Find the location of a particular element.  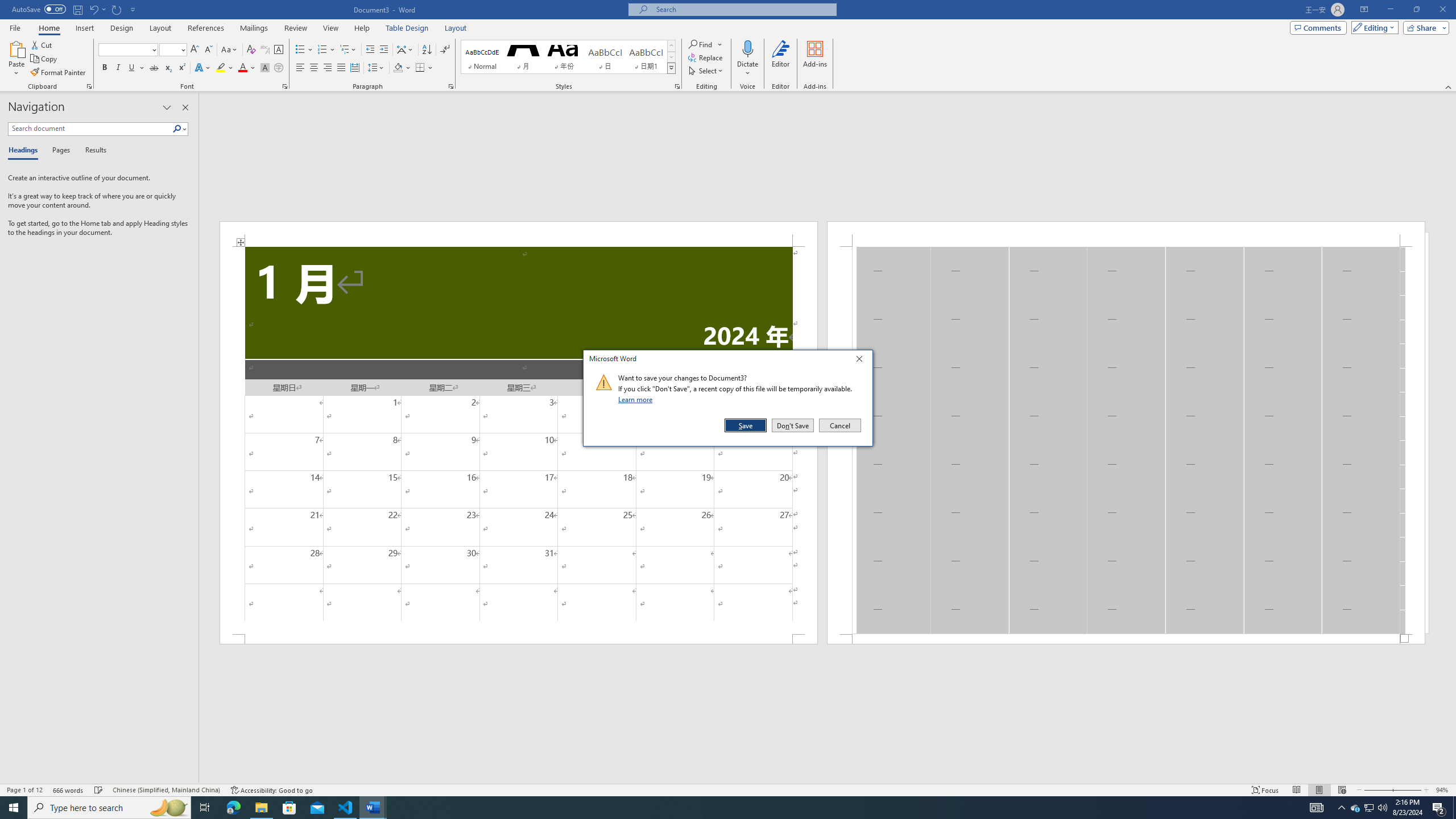

'Repeat Style' is located at coordinates (117, 9).